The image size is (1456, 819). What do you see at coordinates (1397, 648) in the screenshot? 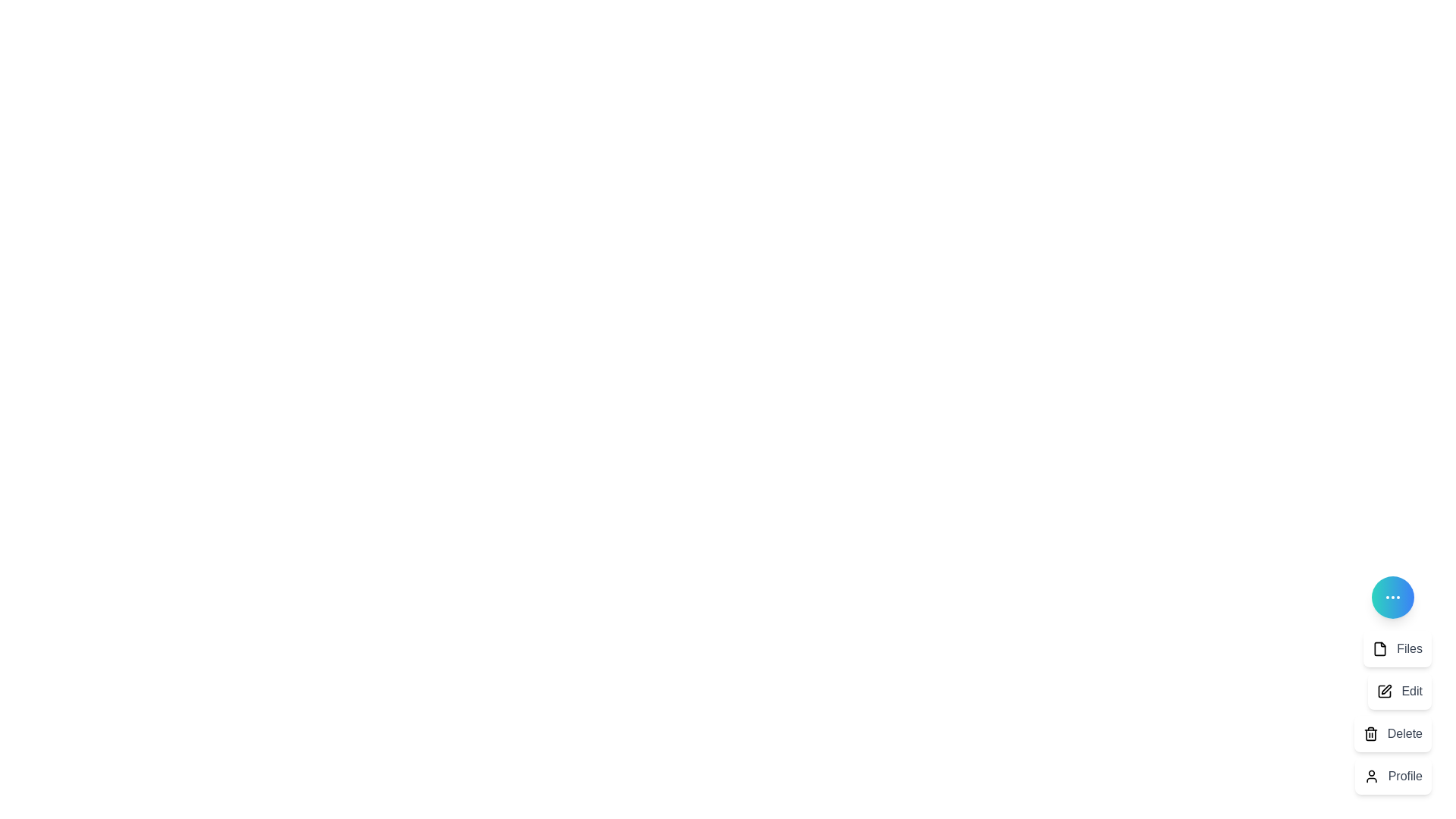
I see `the 'Files' option in the DynamicSpeedDial menu` at bounding box center [1397, 648].